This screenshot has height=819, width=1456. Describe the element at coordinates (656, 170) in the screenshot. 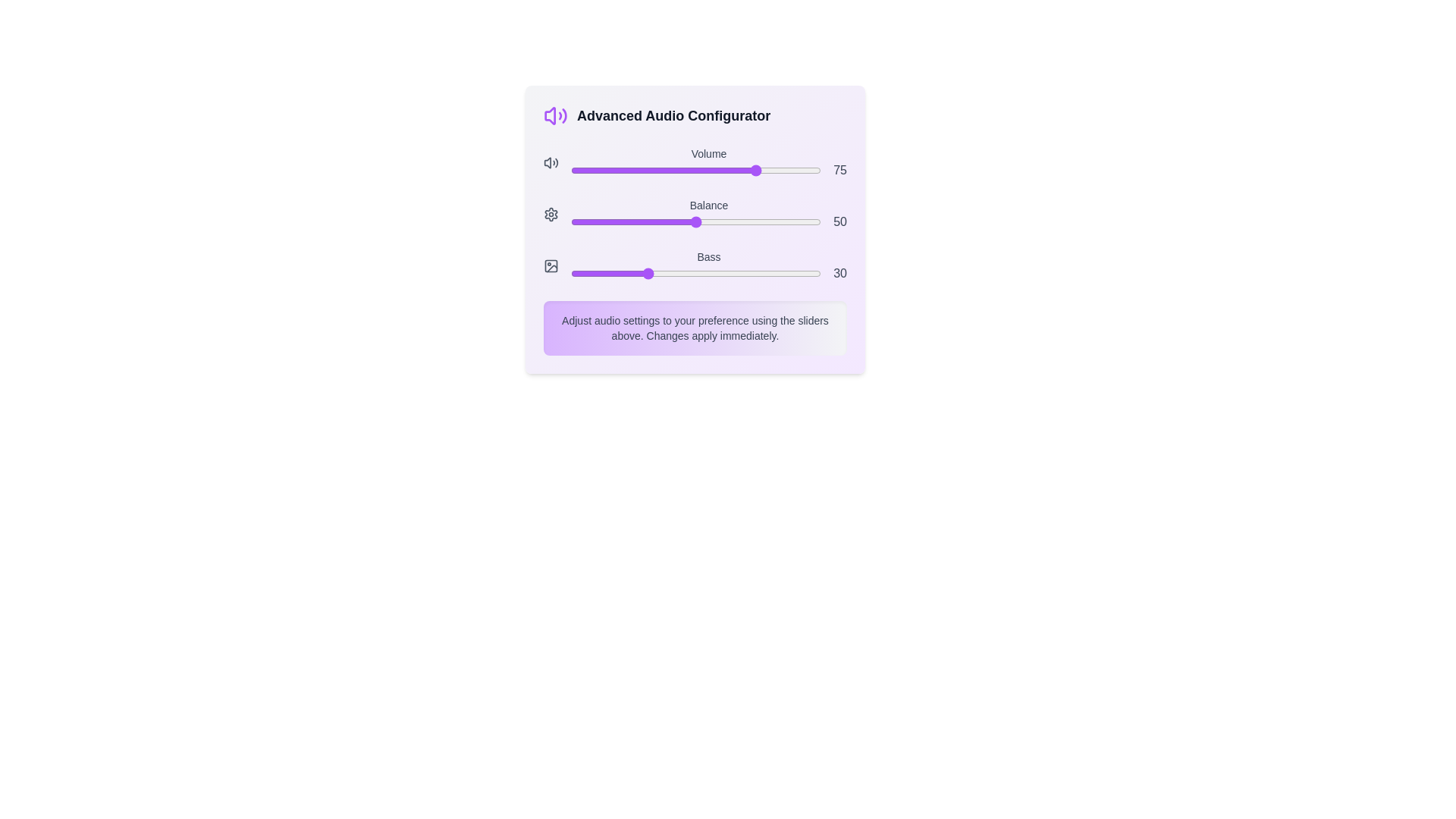

I see `the volume slider to set the volume to 34%` at that location.